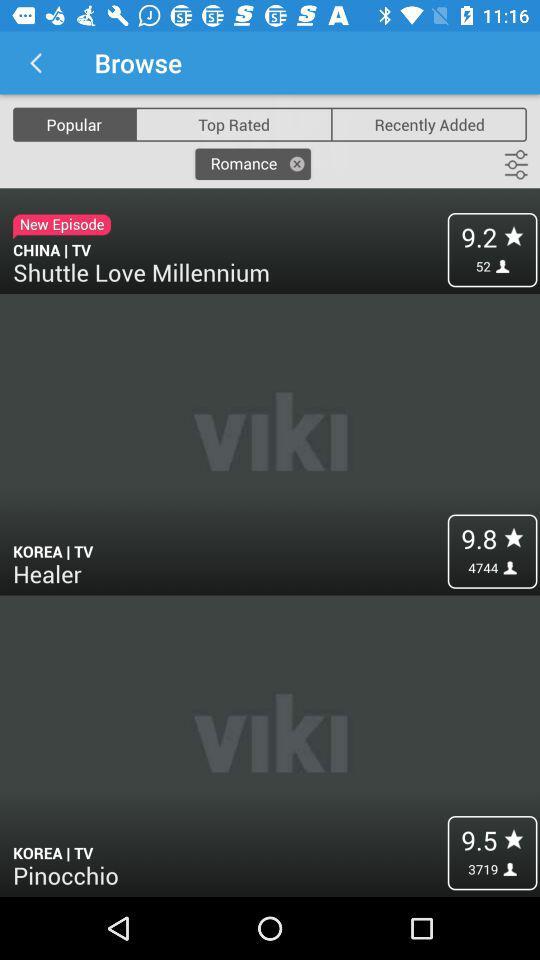  What do you see at coordinates (36, 62) in the screenshot?
I see `the app next to browse item` at bounding box center [36, 62].